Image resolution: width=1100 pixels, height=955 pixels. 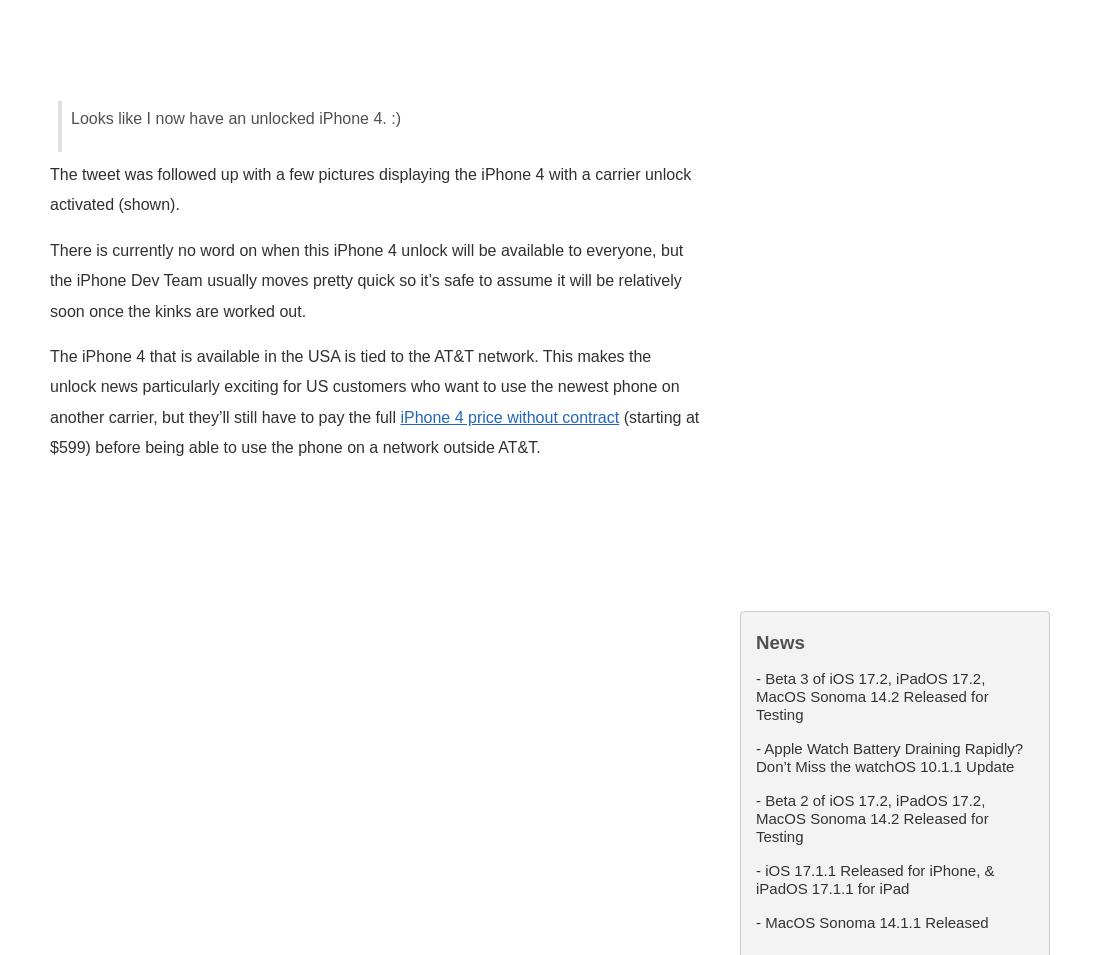 I want to click on 'MacOS Sonoma 14.1.1 Released', so click(x=875, y=921).